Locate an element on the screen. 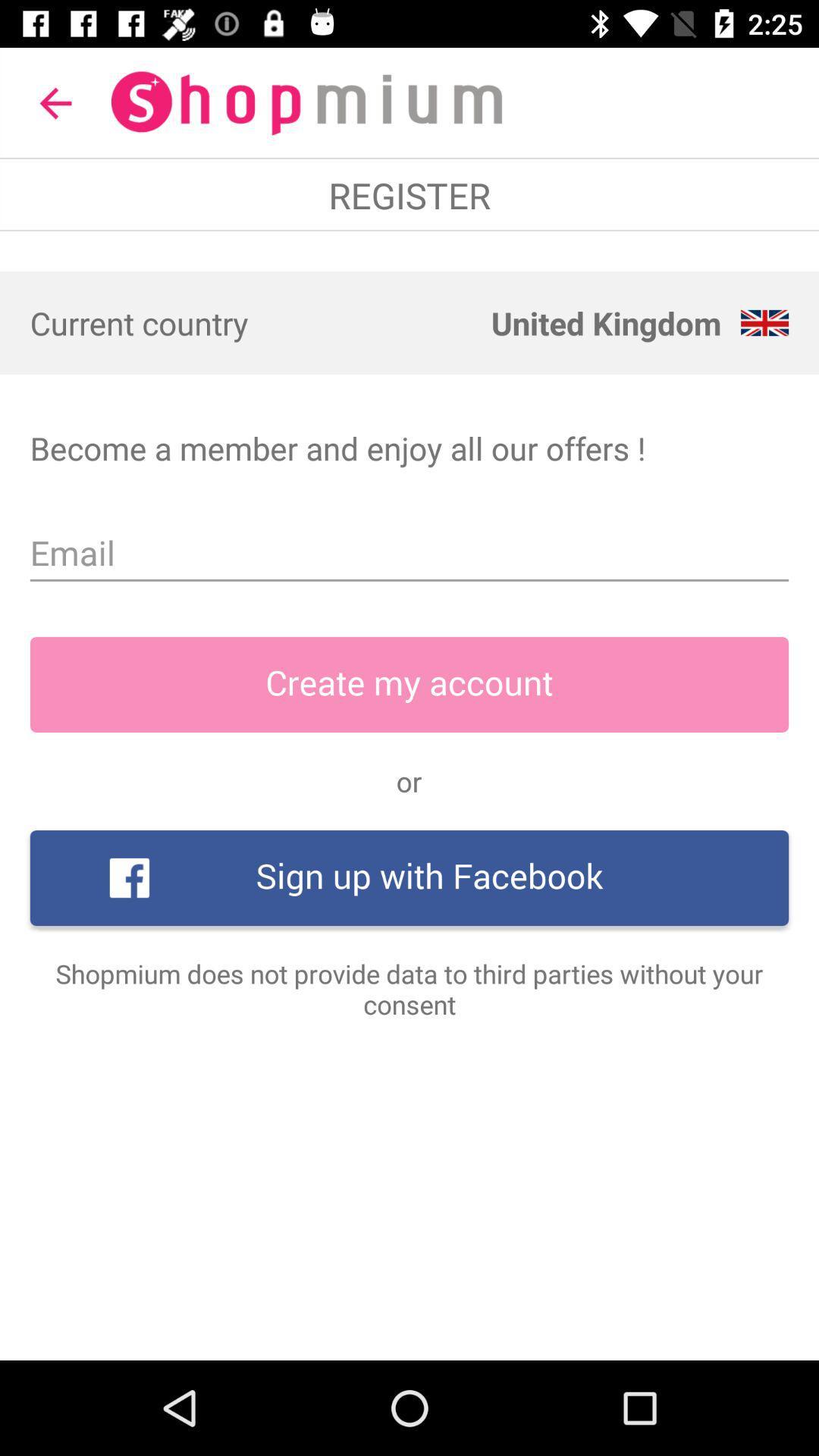  the sign up with item is located at coordinates (409, 877).